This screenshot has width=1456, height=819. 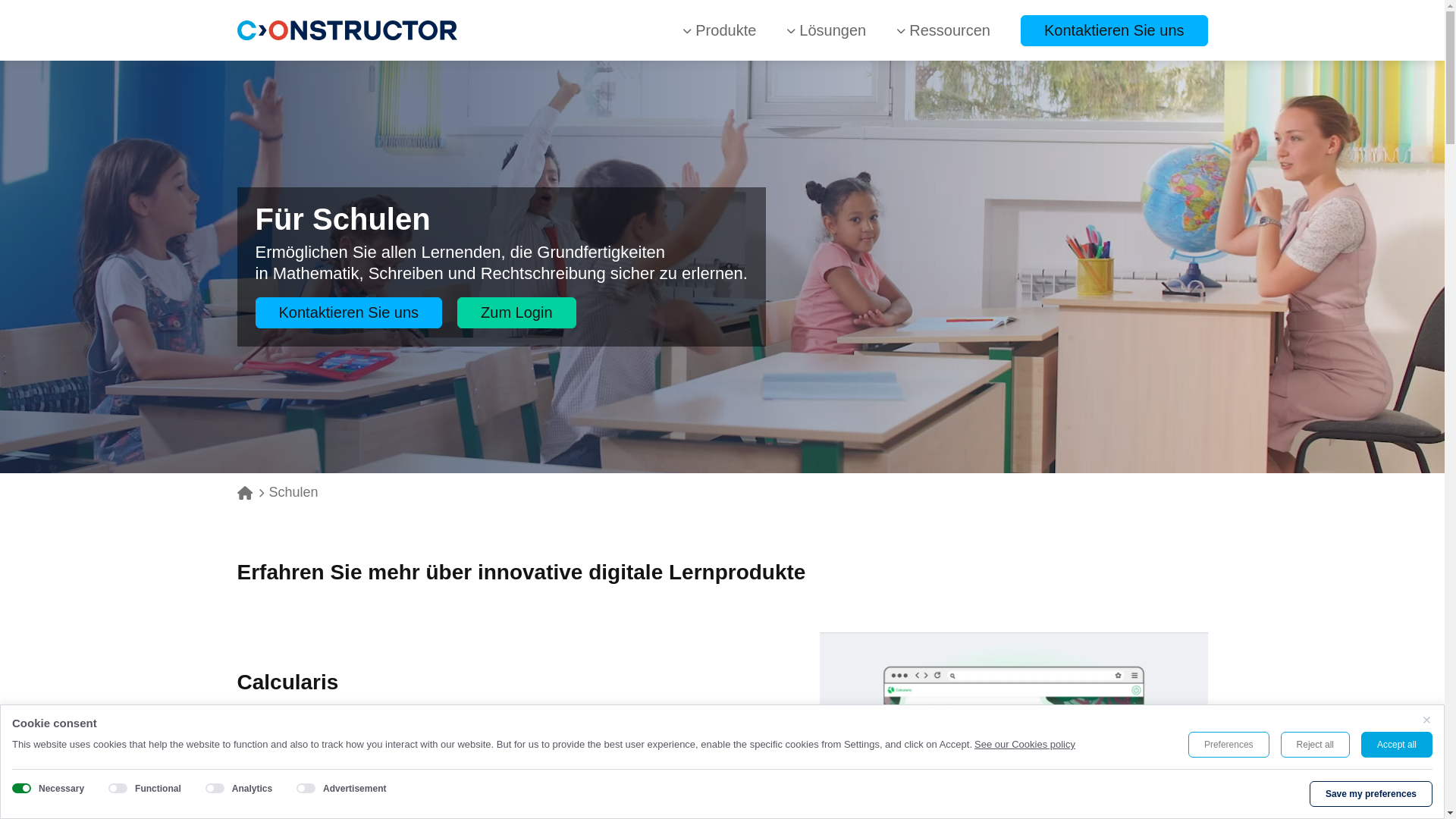 I want to click on 'Kontaktieren Sie uns', so click(x=347, y=312).